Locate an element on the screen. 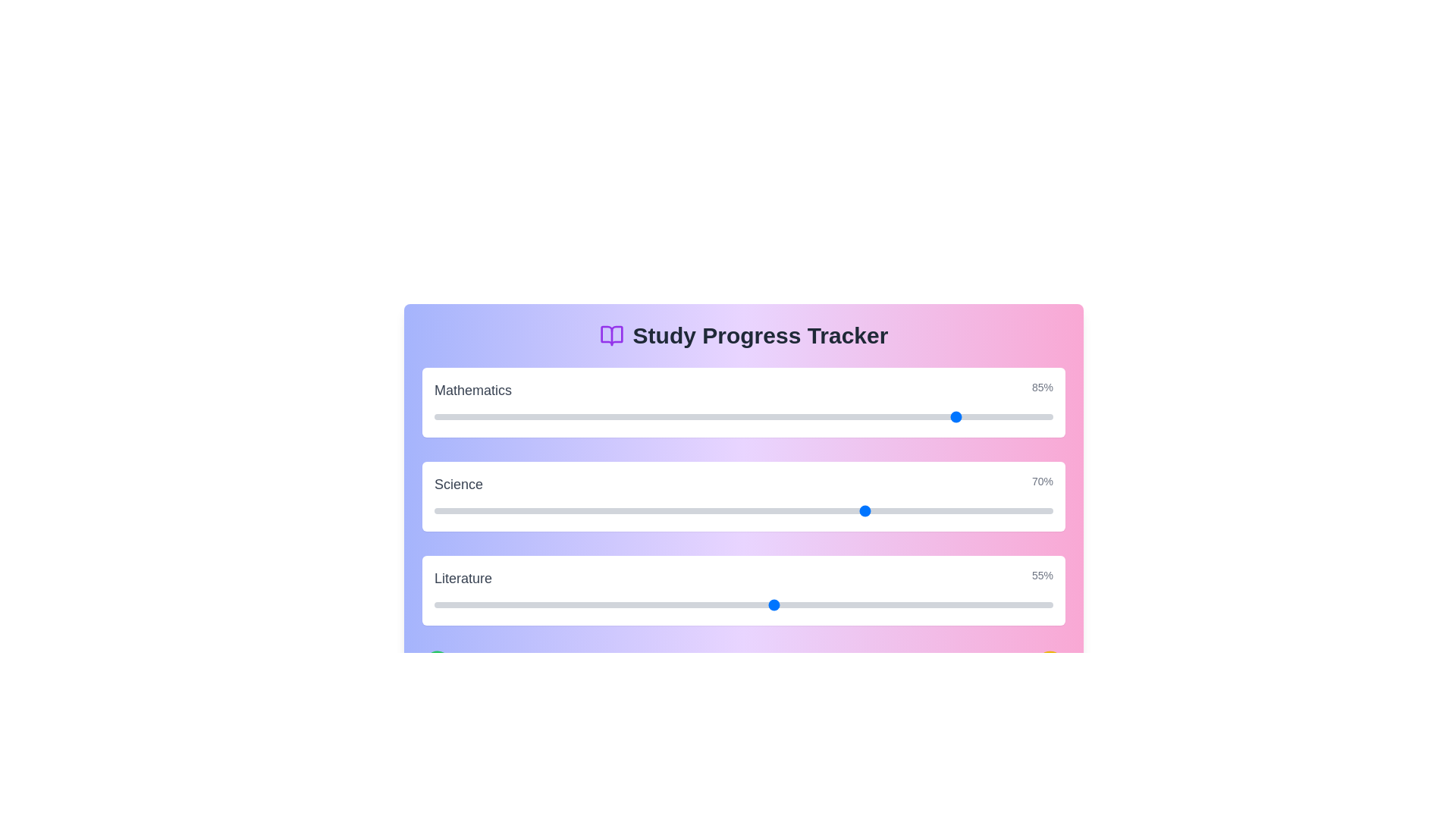 Image resolution: width=1456 pixels, height=819 pixels. the Literature progress slider to 28% is located at coordinates (607, 604).